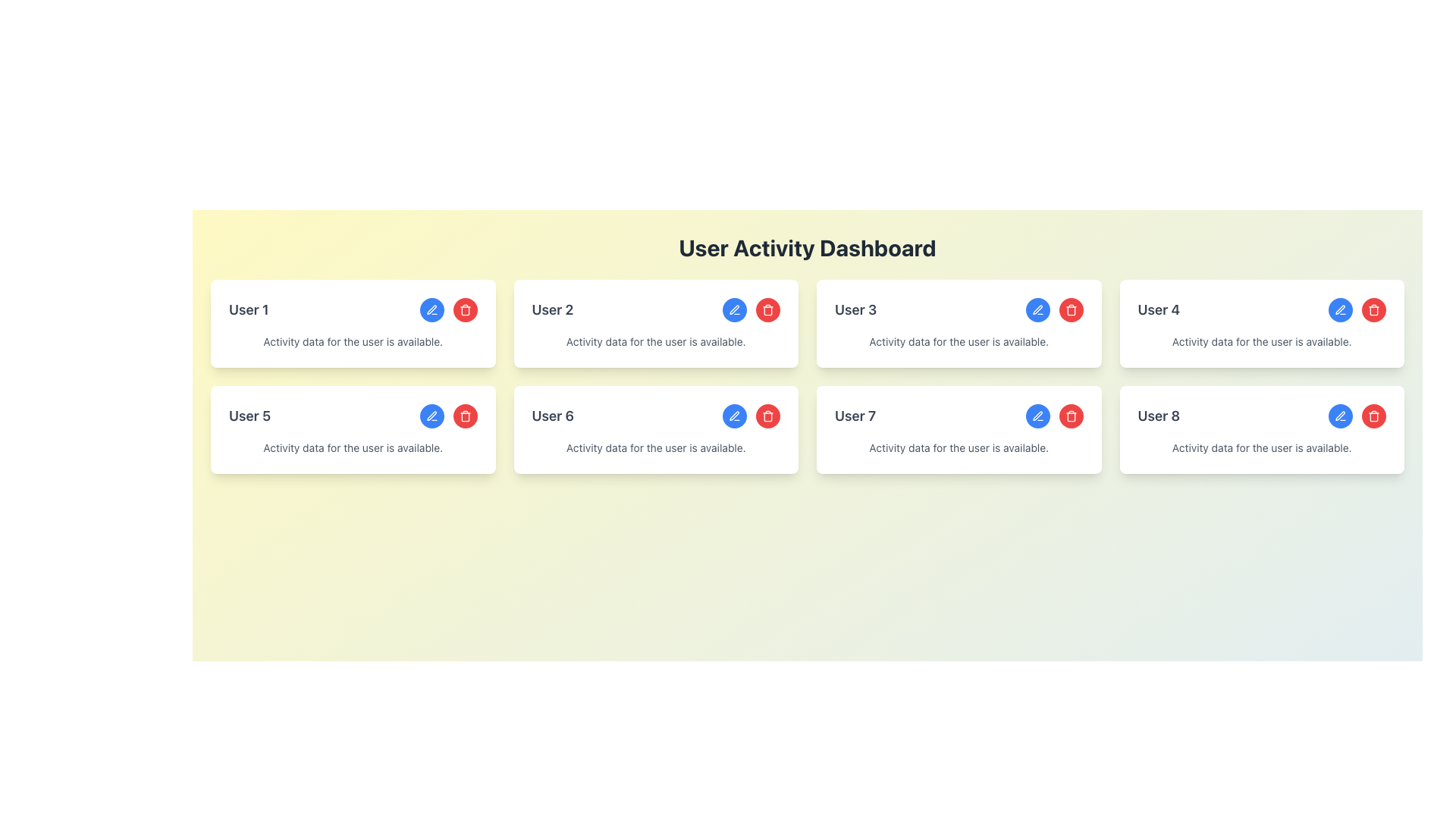  I want to click on the delete button in the button group associated with the 'User 4' card, so click(1357, 309).